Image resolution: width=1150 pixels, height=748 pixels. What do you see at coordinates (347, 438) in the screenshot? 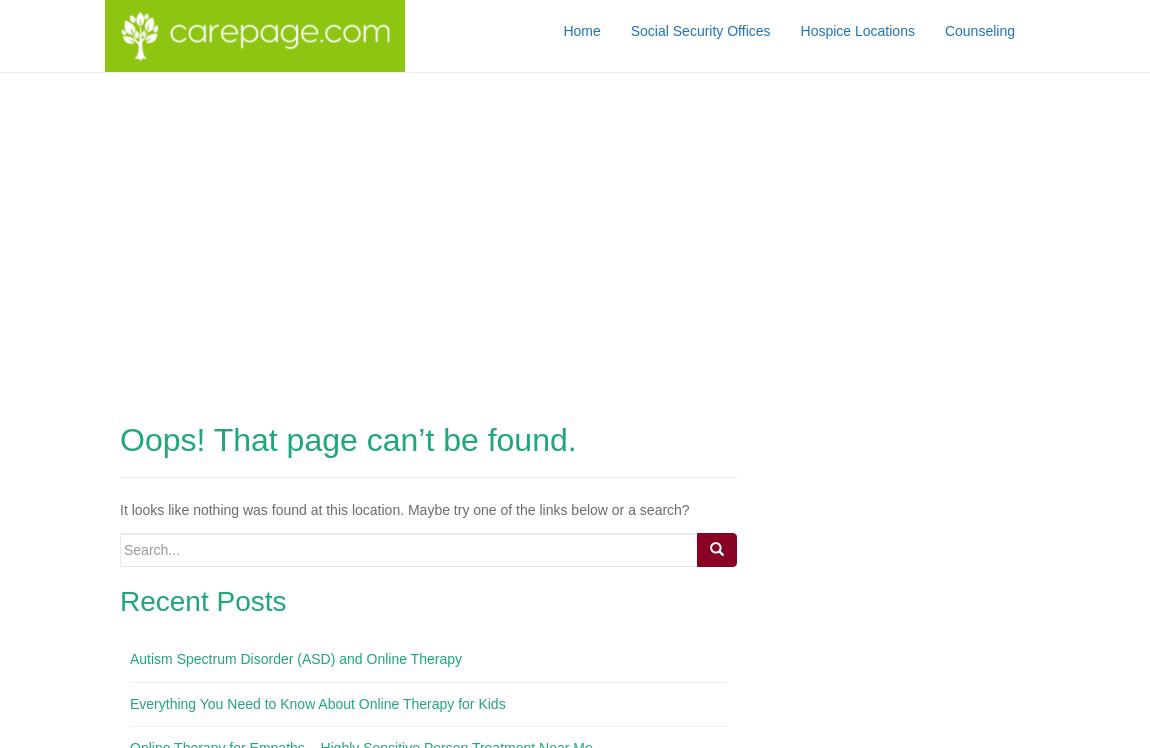
I see `'Oops! That page can’t be found.'` at bounding box center [347, 438].